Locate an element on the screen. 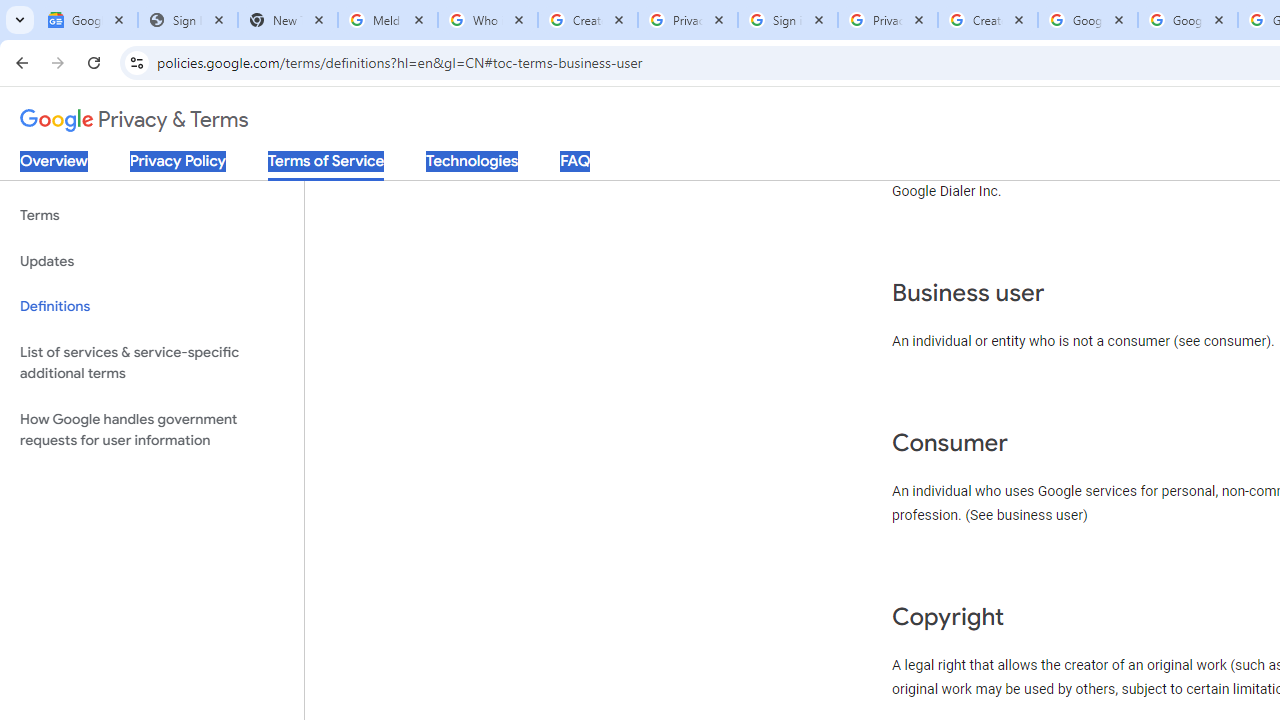  'Create your Google Account' is located at coordinates (988, 20).